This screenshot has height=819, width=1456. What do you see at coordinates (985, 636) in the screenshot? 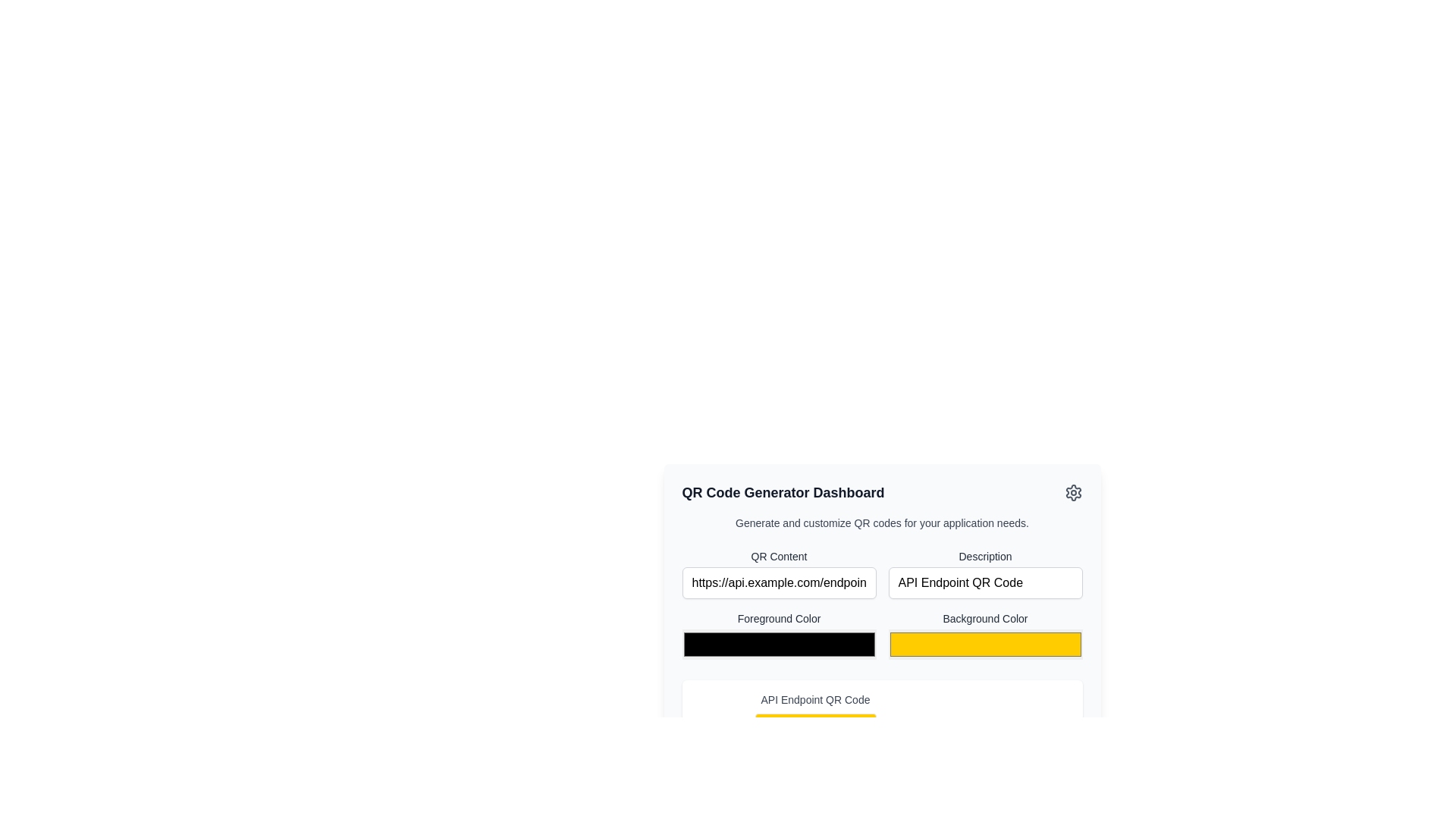
I see `the bright yellow color box of the Color picker component located` at bounding box center [985, 636].